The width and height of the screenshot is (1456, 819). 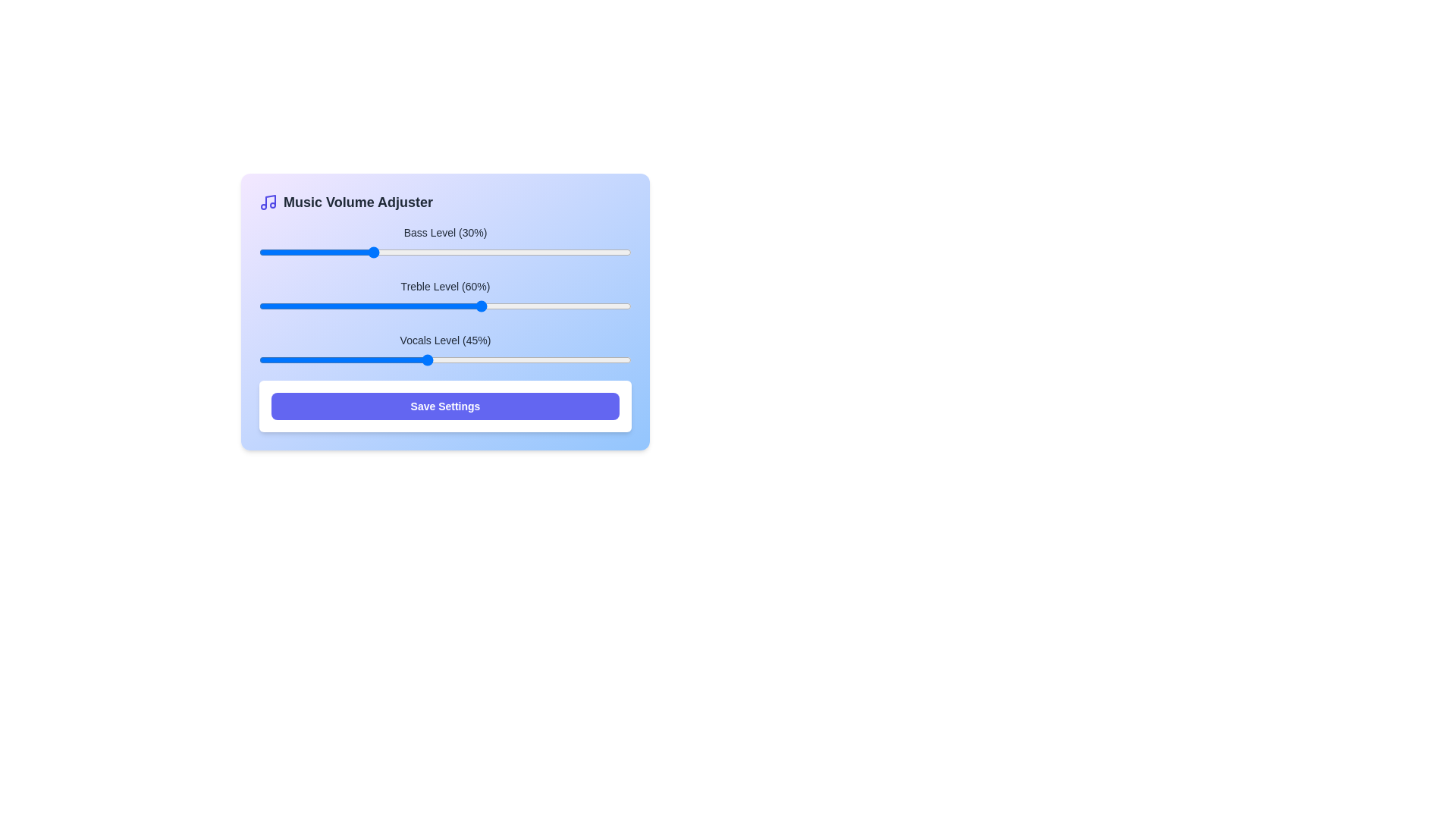 What do you see at coordinates (444, 233) in the screenshot?
I see `the text label indicating the bass level setting (30%) located above the slider control in the card-like interface` at bounding box center [444, 233].